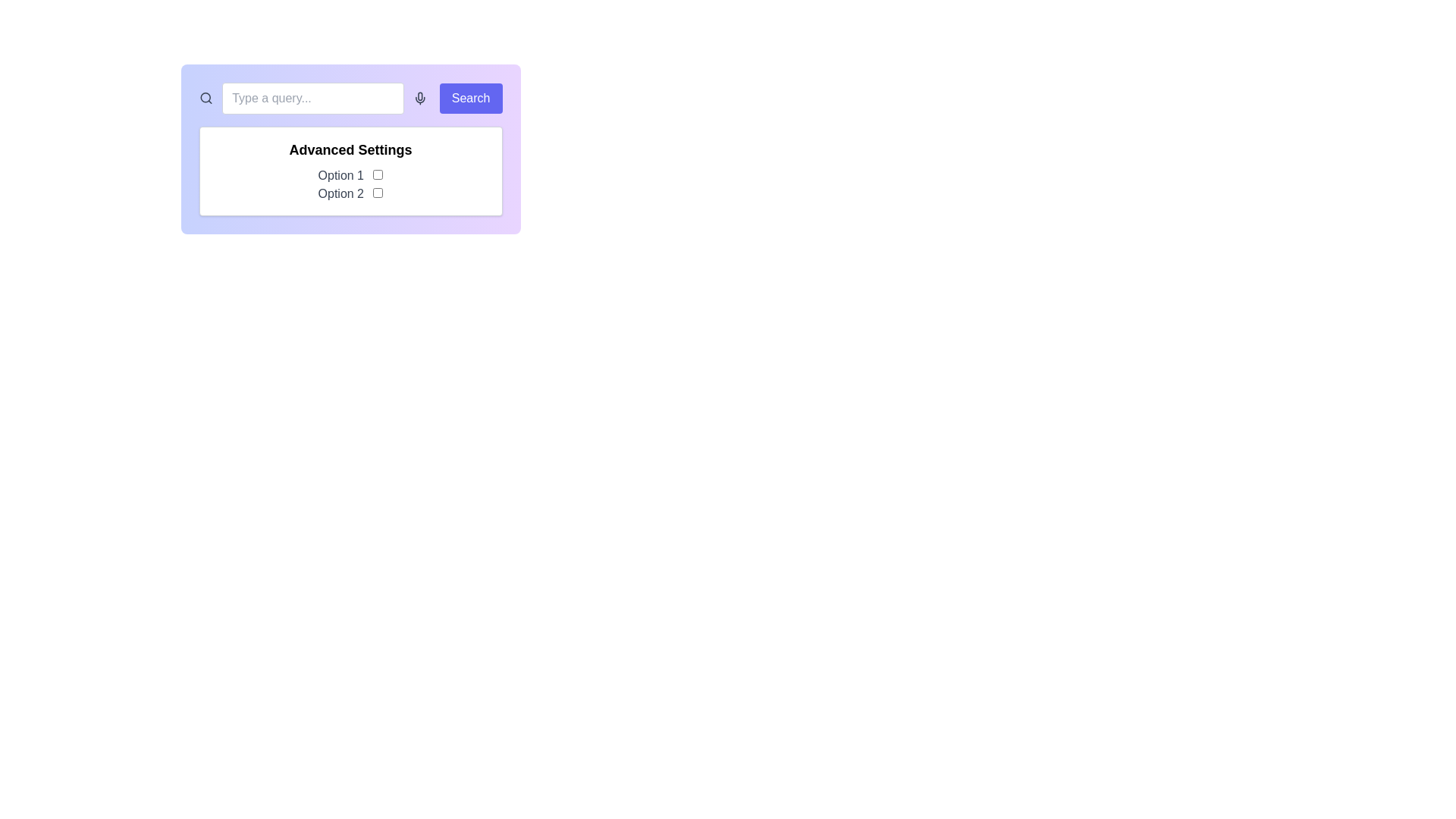 The height and width of the screenshot is (819, 1456). I want to click on the label indicating 'Option 2', which describes the associated checkbox to its right in the 'Advanced Settings' section, so click(350, 193).